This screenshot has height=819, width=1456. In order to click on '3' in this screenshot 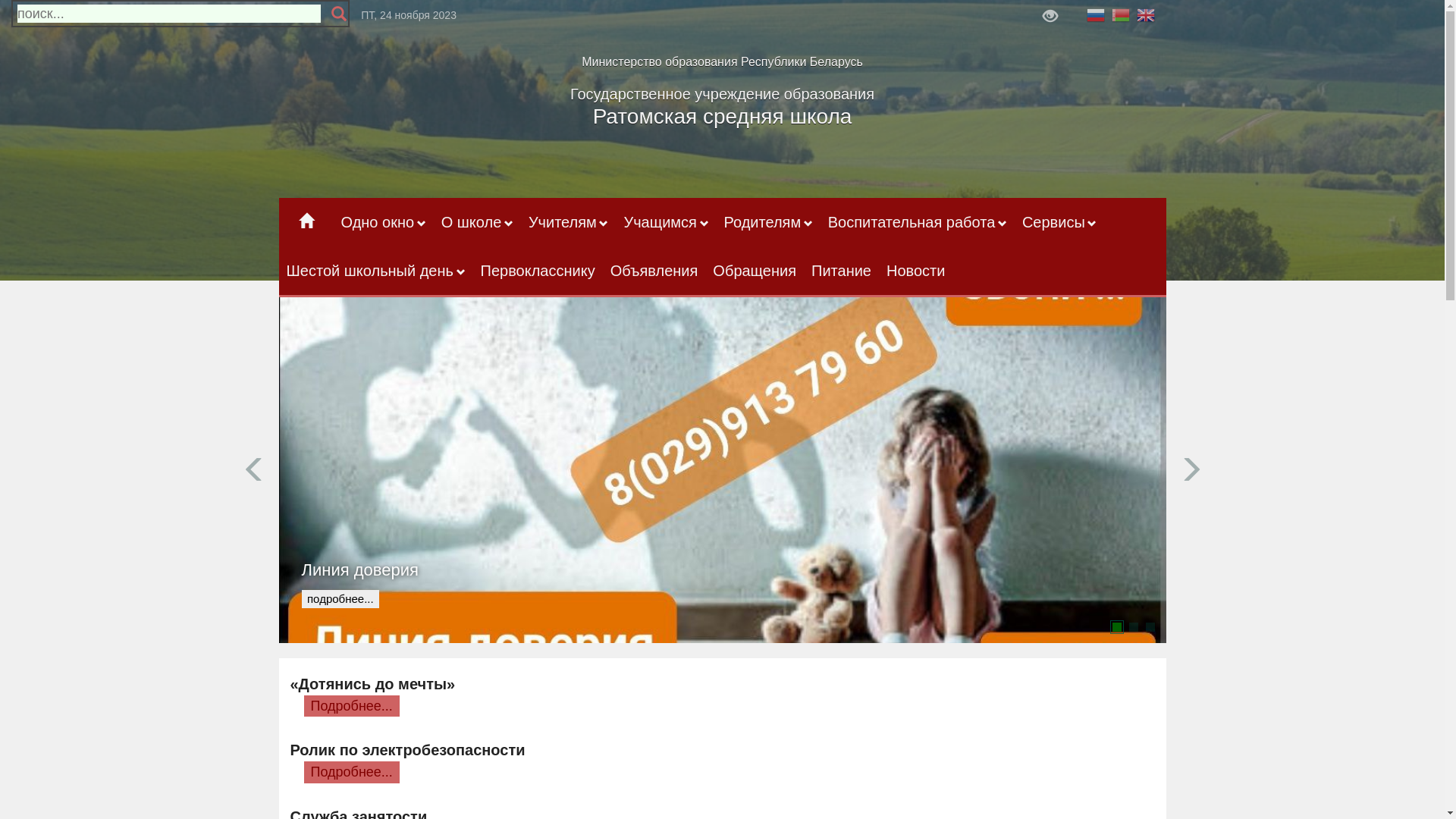, I will do `click(1150, 626)`.